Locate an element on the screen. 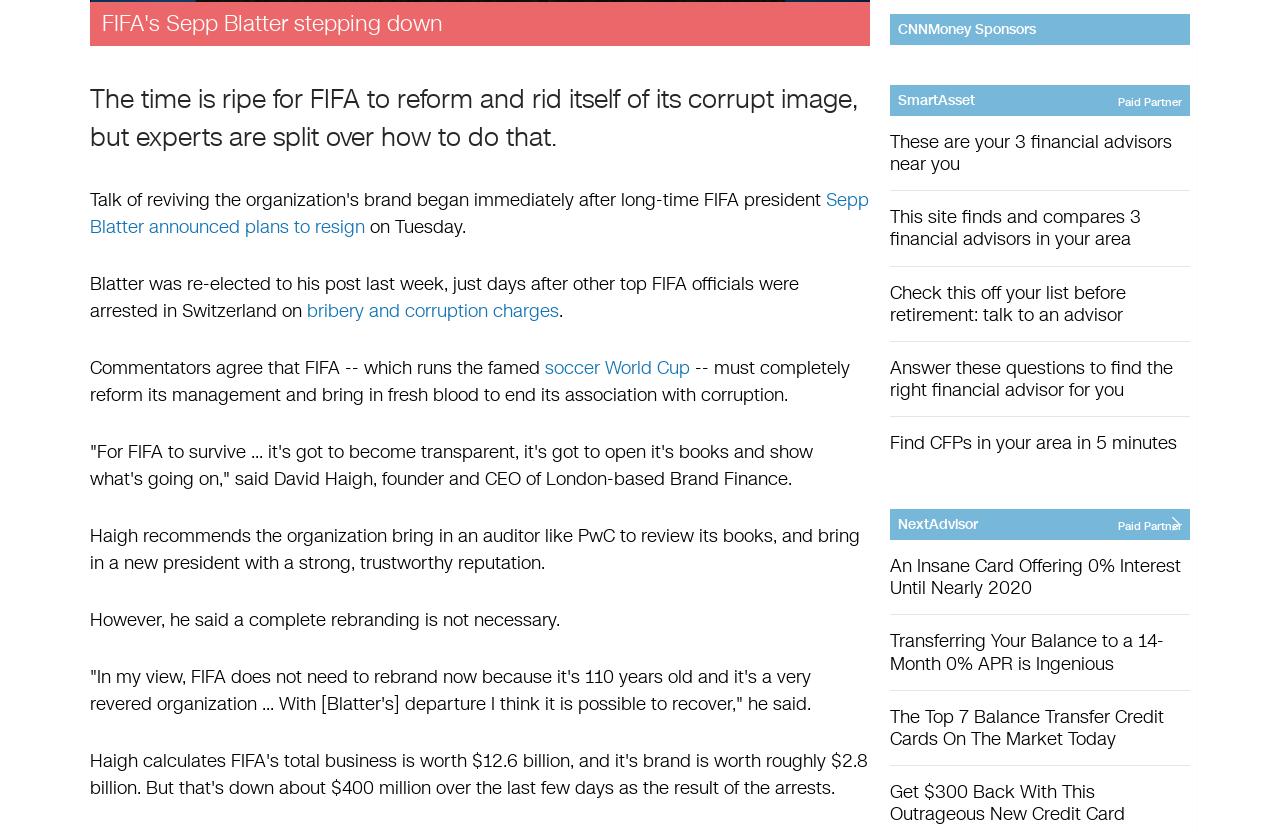  'NextAdvisor' is located at coordinates (936, 524).